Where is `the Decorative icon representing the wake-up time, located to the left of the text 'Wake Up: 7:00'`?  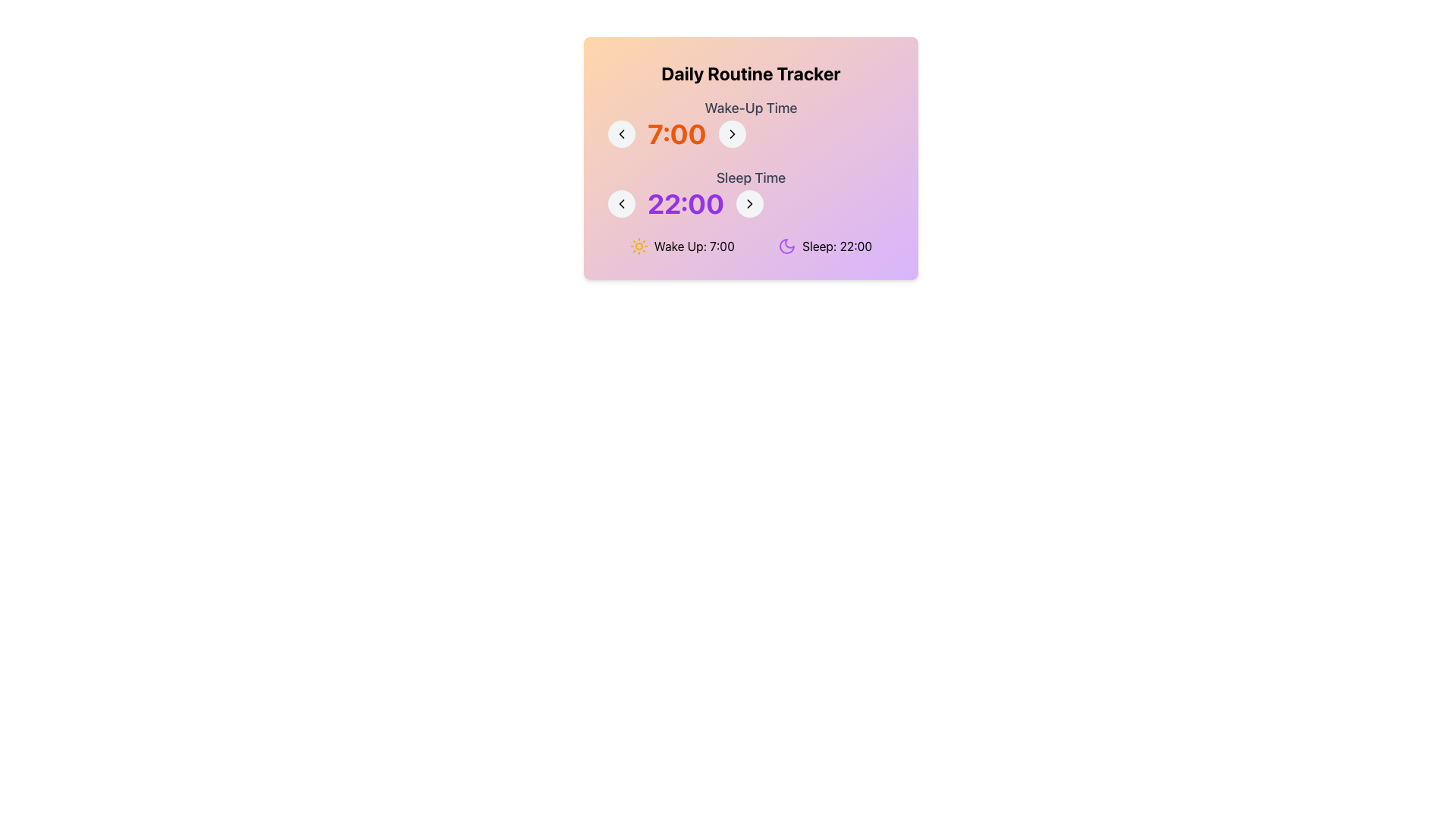 the Decorative icon representing the wake-up time, located to the left of the text 'Wake Up: 7:00' is located at coordinates (639, 245).